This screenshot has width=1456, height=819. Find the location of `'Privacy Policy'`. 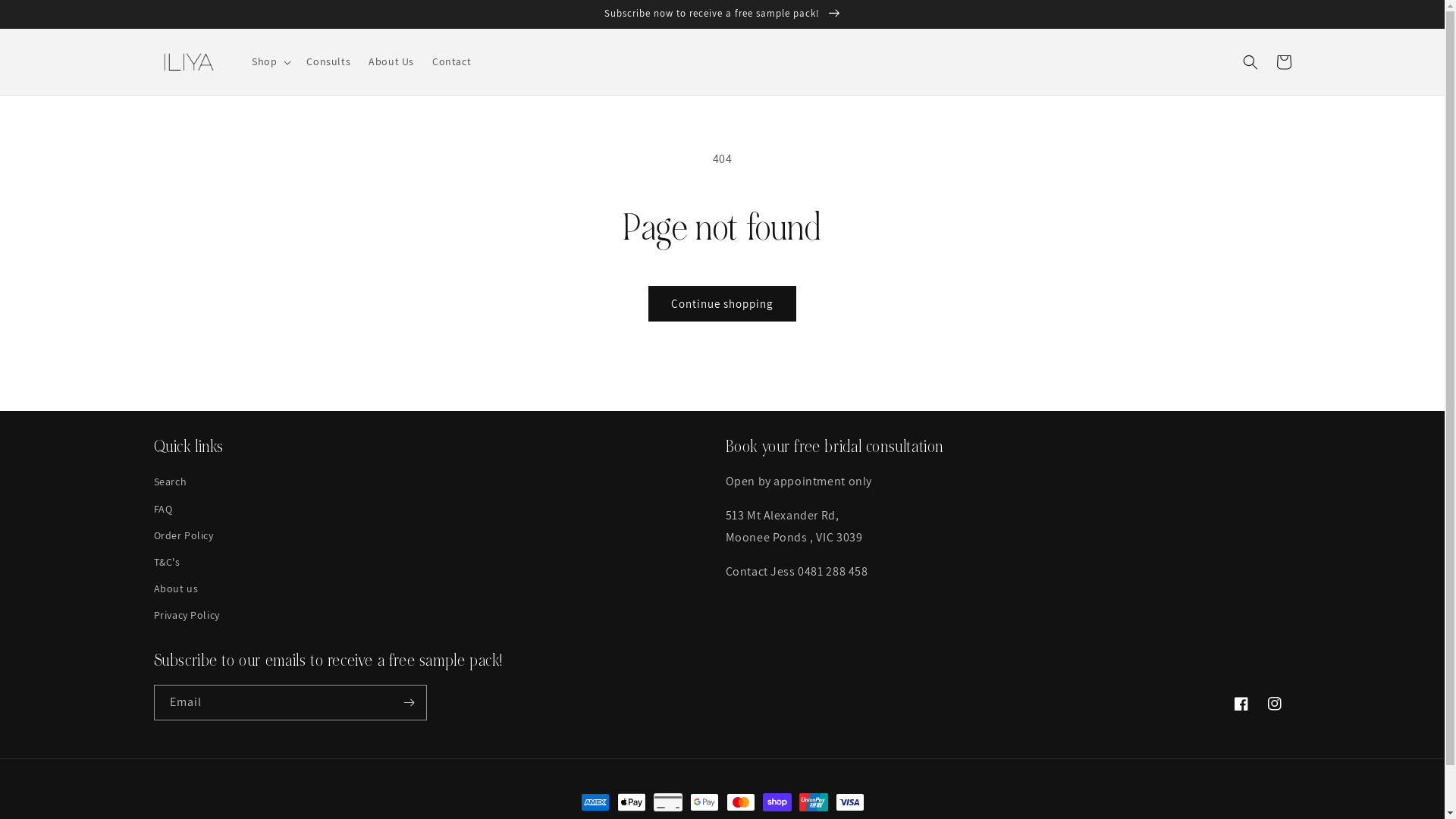

'Privacy Policy' is located at coordinates (185, 615).